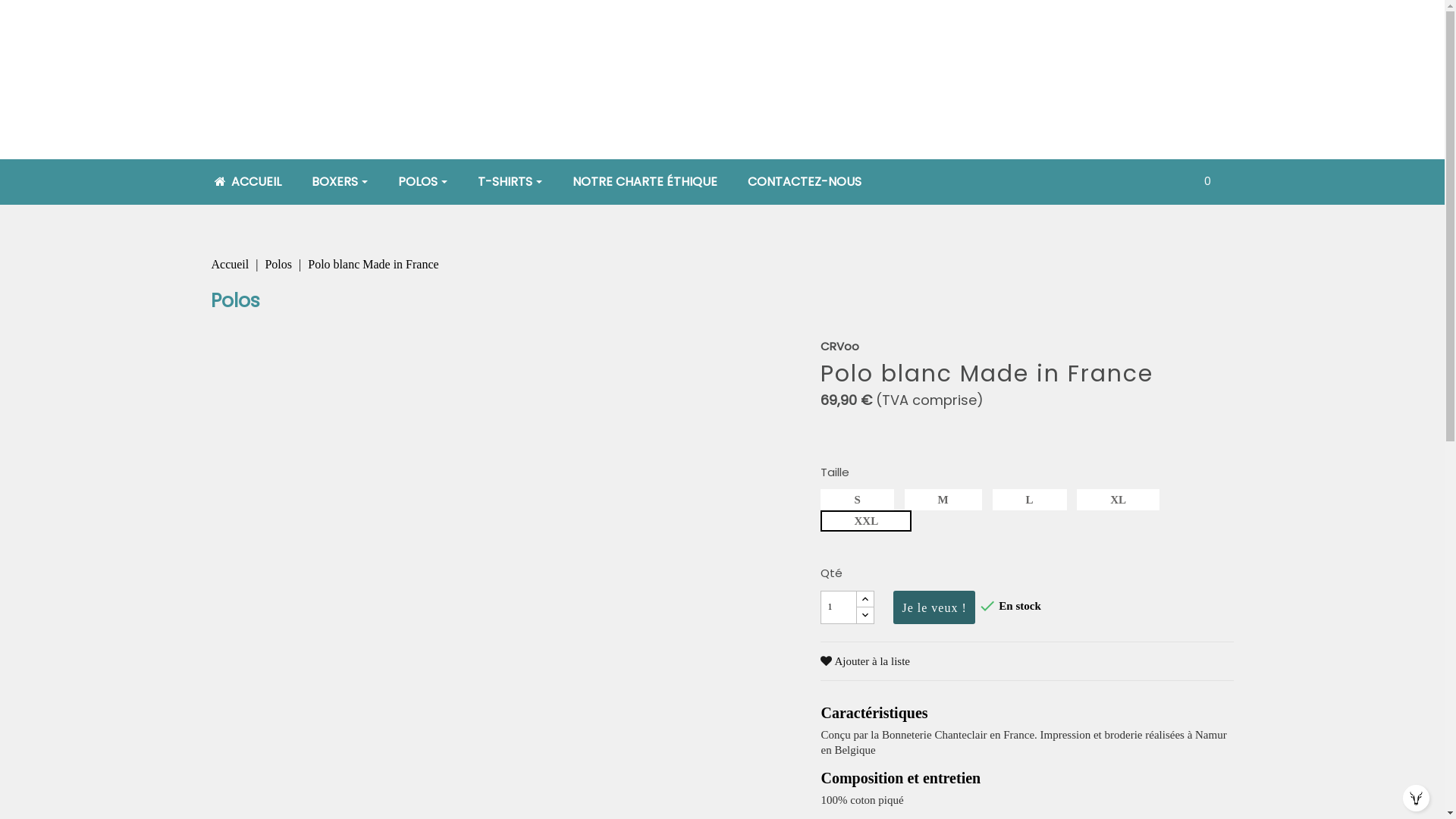 The height and width of the screenshot is (819, 1456). What do you see at coordinates (422, 180) in the screenshot?
I see `'POLOS'` at bounding box center [422, 180].